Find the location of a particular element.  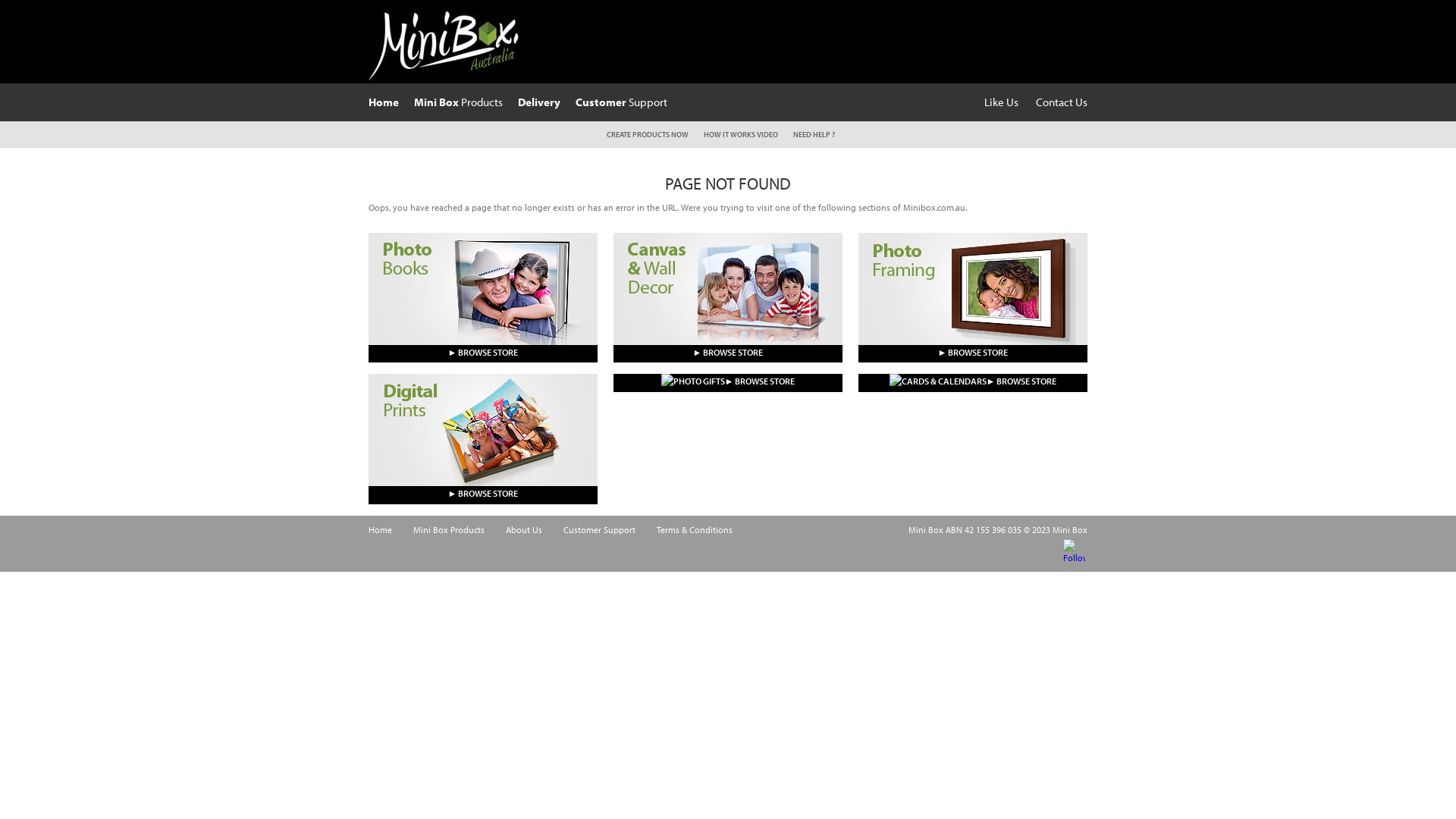

'Like Us' is located at coordinates (1001, 102).